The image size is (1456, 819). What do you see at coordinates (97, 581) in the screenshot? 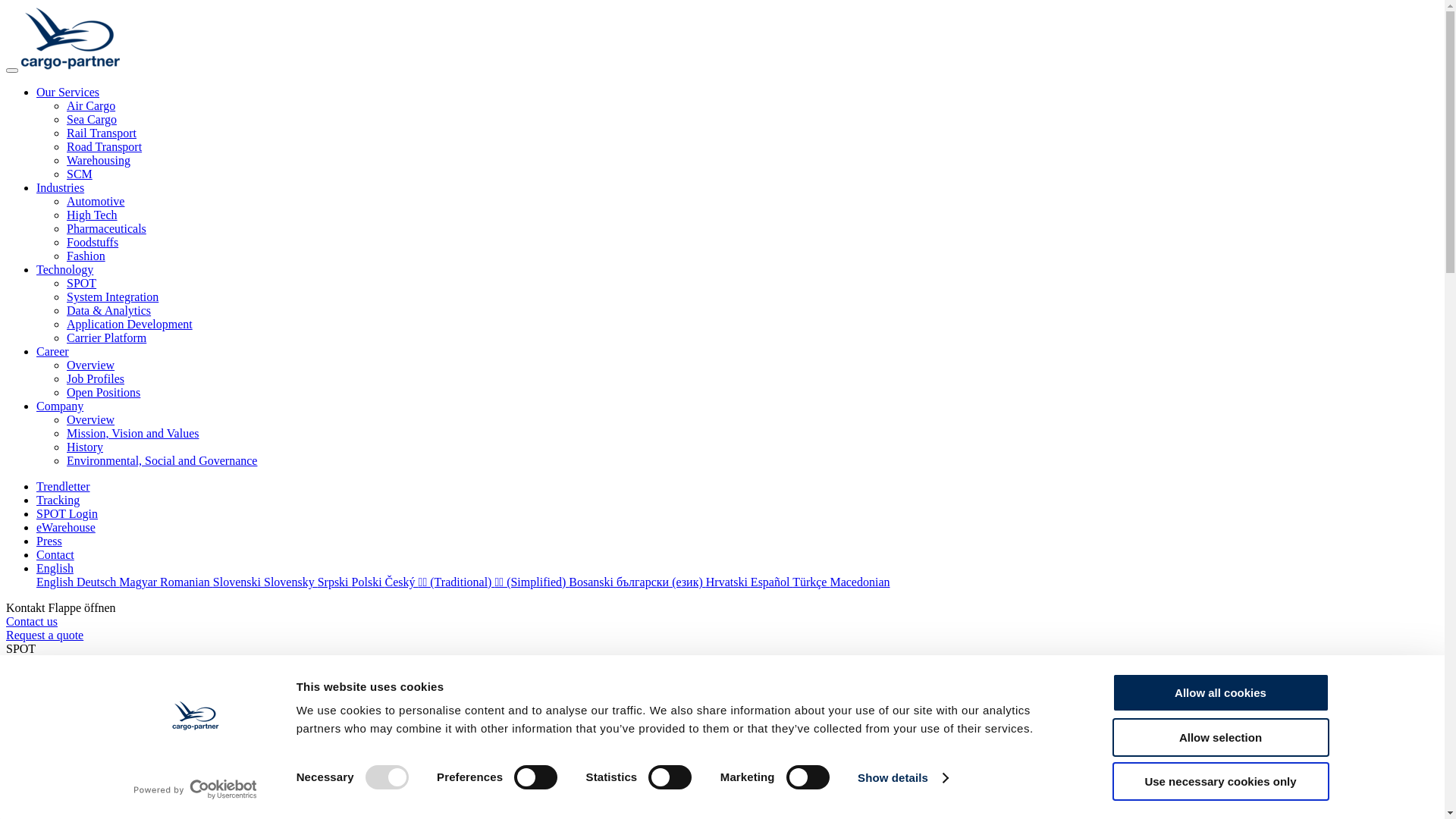
I see `'Deutsch'` at bounding box center [97, 581].